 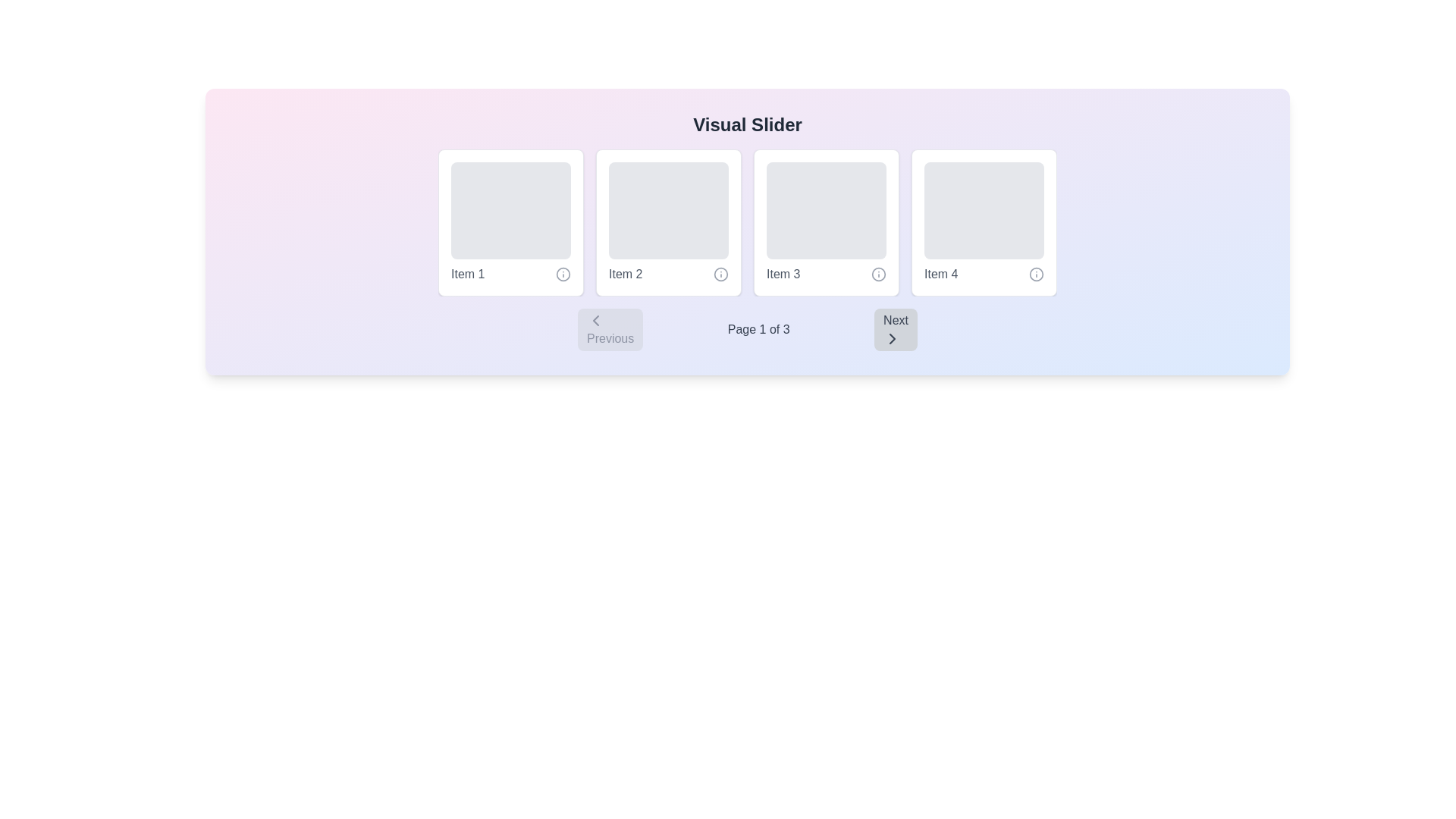 What do you see at coordinates (668, 210) in the screenshot?
I see `the visual placeholder at the upper part of the box labeled 'Item 2' in the horizontally aligned slider` at bounding box center [668, 210].